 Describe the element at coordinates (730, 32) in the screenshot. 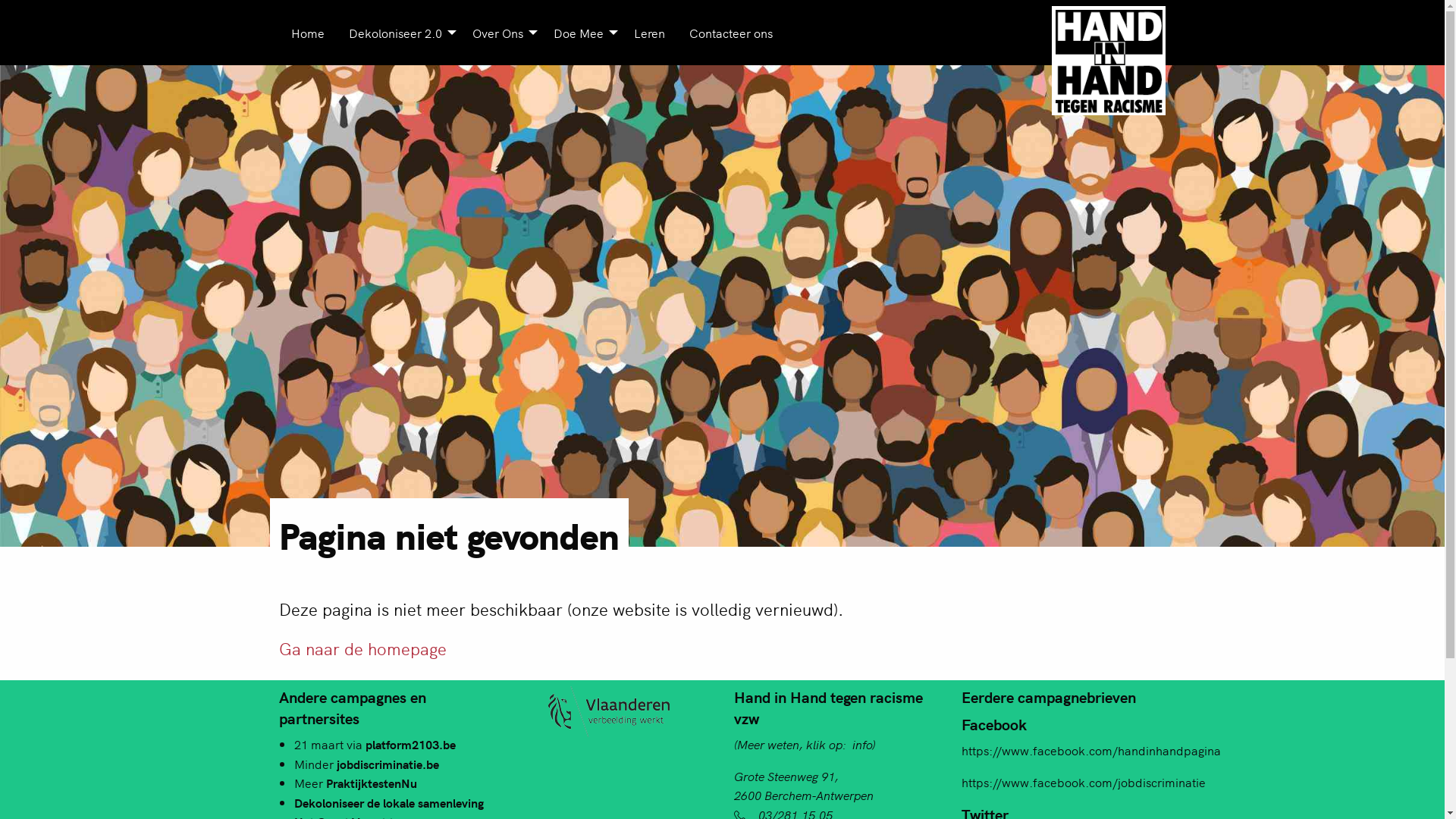

I see `'Contacteer ons'` at that location.